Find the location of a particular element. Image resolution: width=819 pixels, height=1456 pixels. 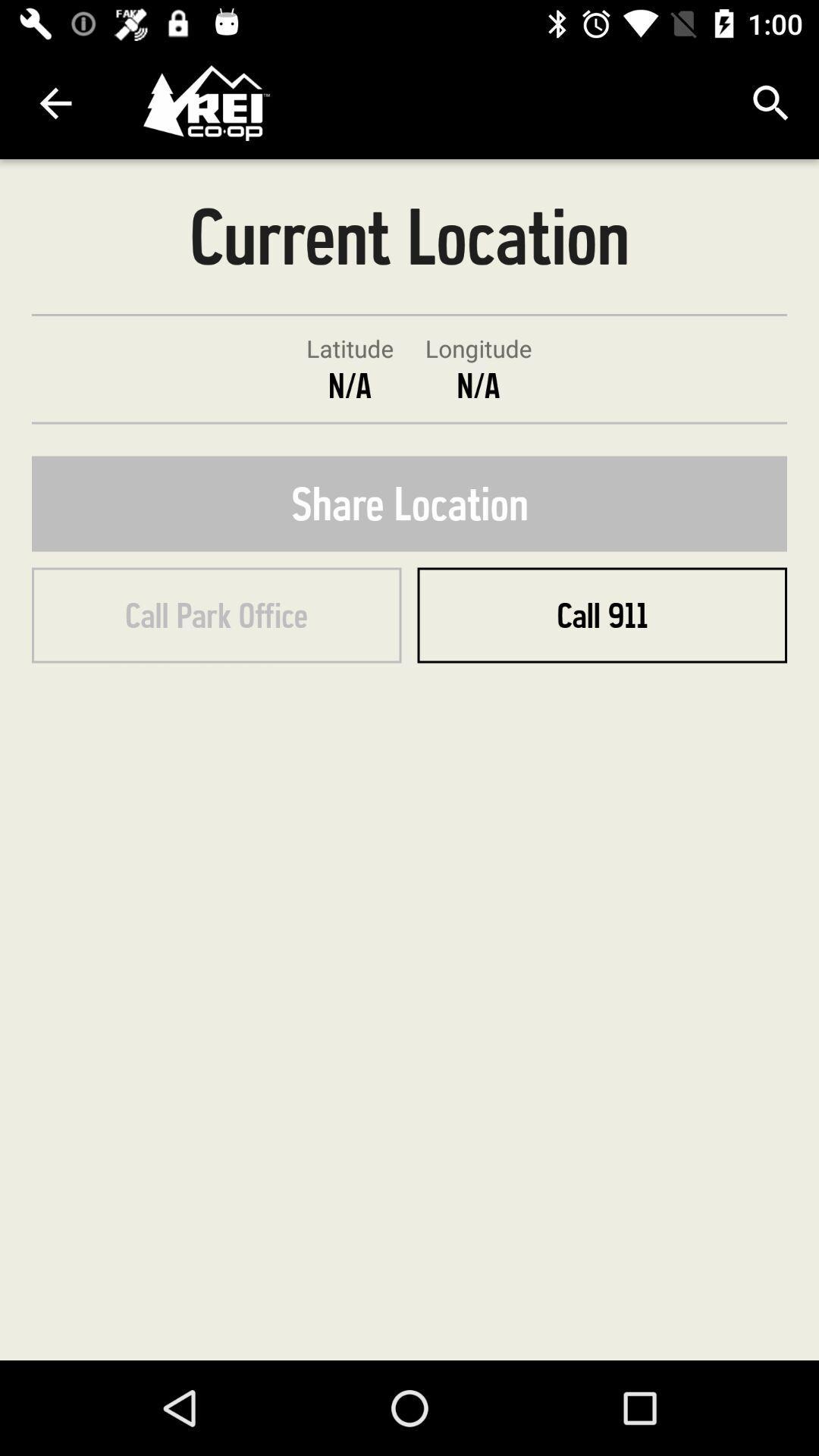

the item below the share location item is located at coordinates (601, 615).